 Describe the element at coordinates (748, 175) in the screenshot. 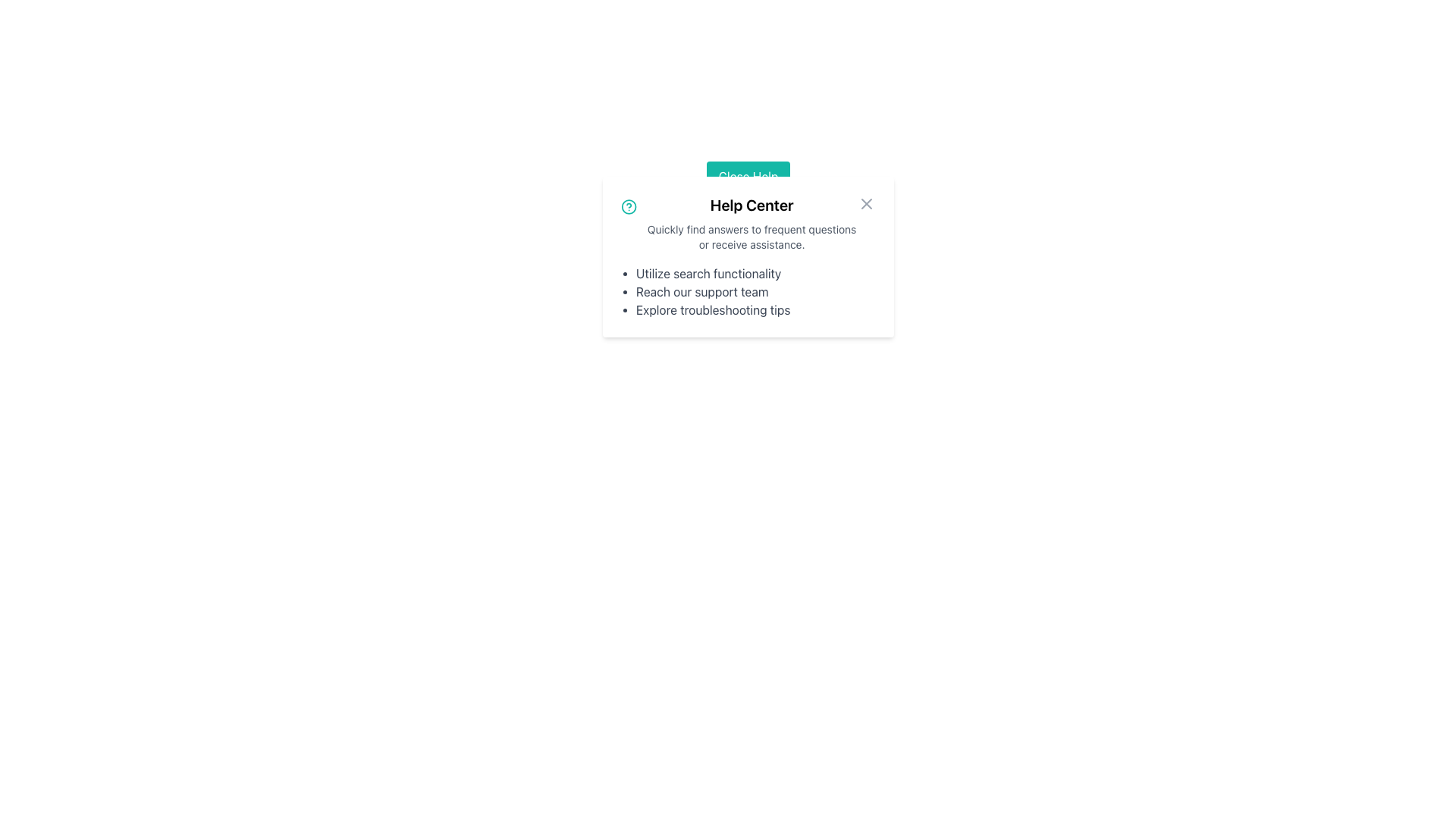

I see `the 'Close Help' button, which is a teal rectangular button with white text and rounded corners, located at the top center of the 'Help Center' section` at that location.